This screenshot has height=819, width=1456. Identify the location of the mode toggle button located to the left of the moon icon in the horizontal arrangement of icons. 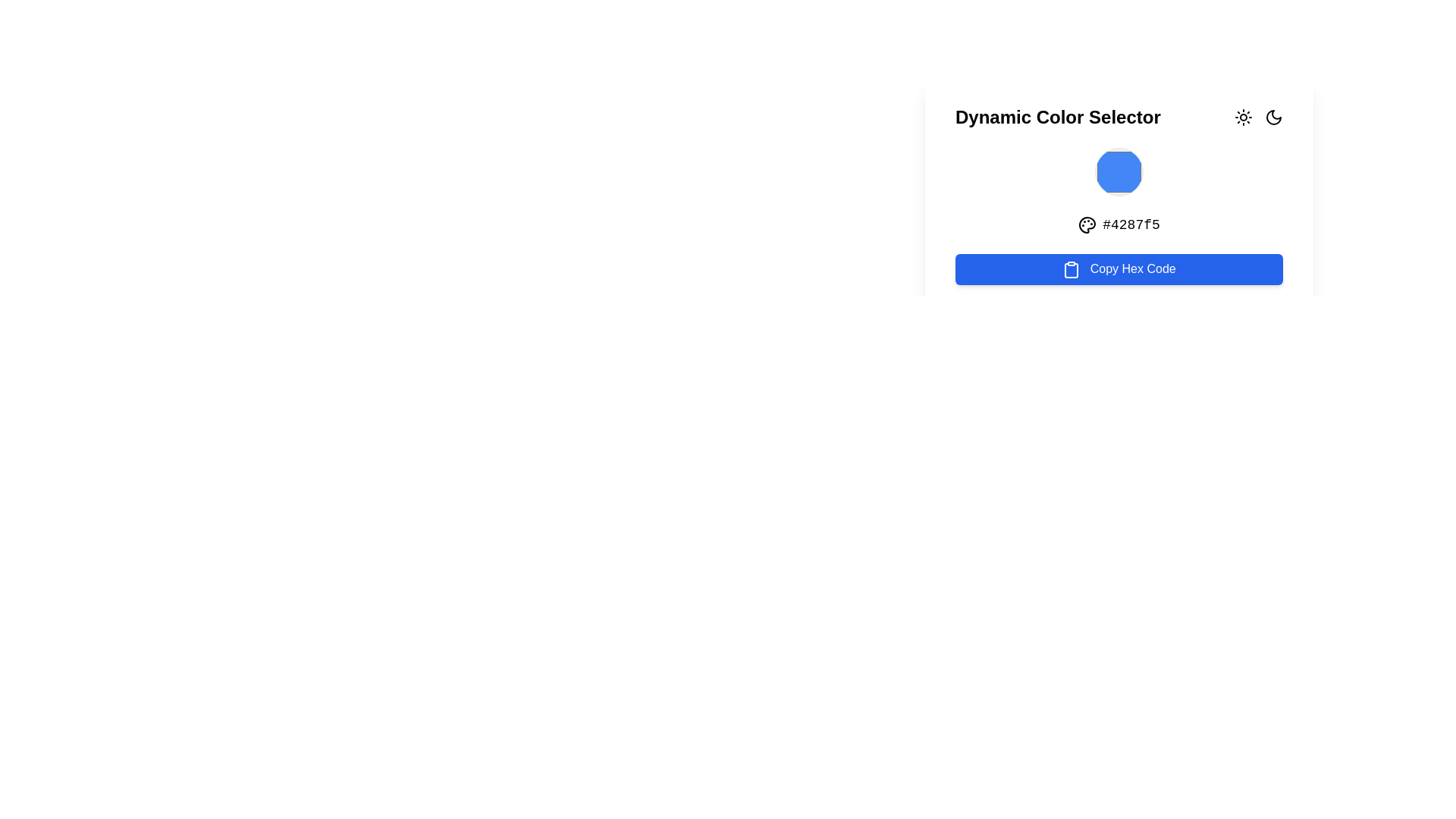
(1244, 116).